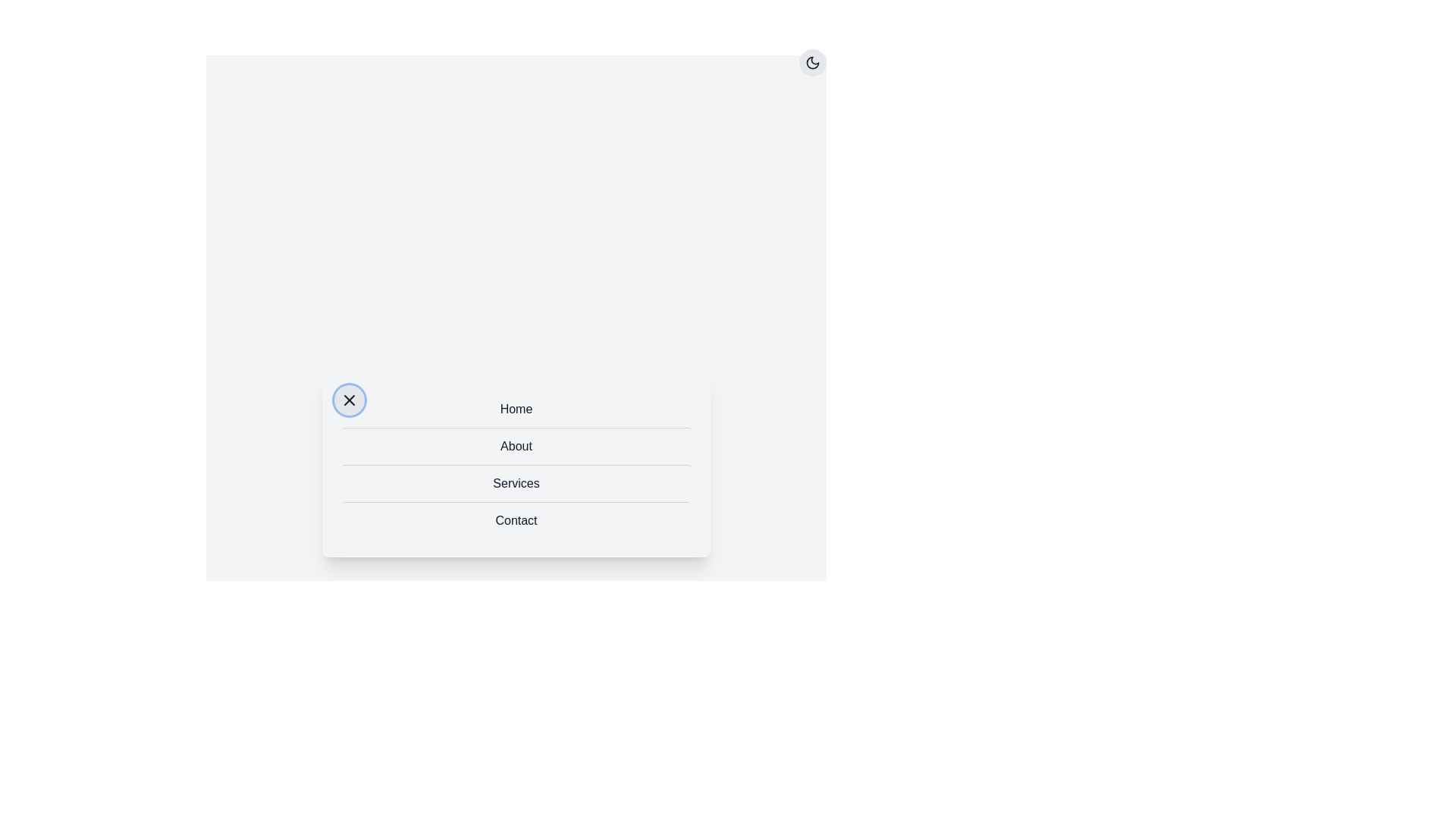  Describe the element at coordinates (348, 399) in the screenshot. I see `the button with the 'X' icon to toggle the menu visibility` at that location.